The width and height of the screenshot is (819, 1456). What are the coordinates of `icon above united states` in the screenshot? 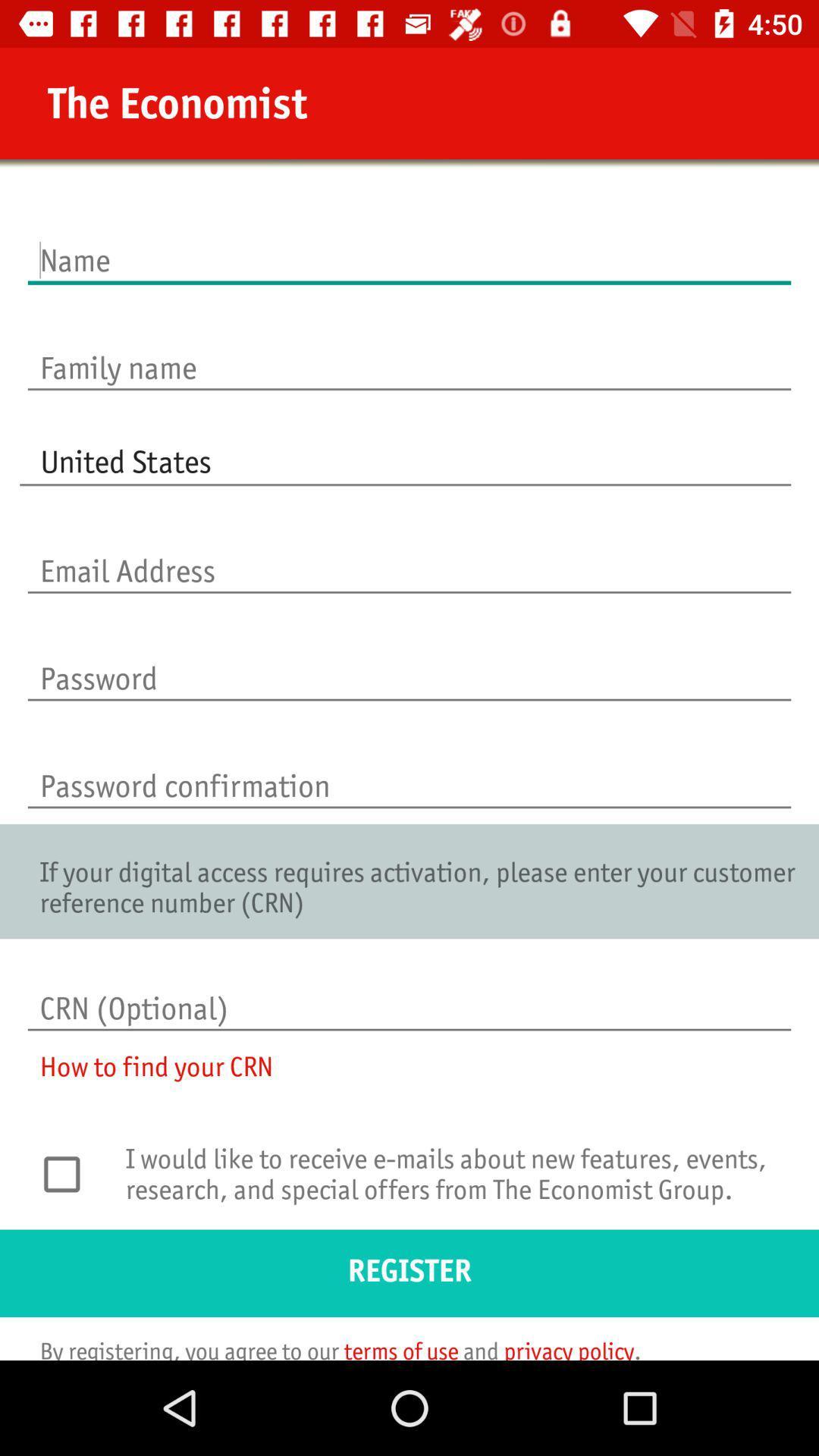 It's located at (409, 351).